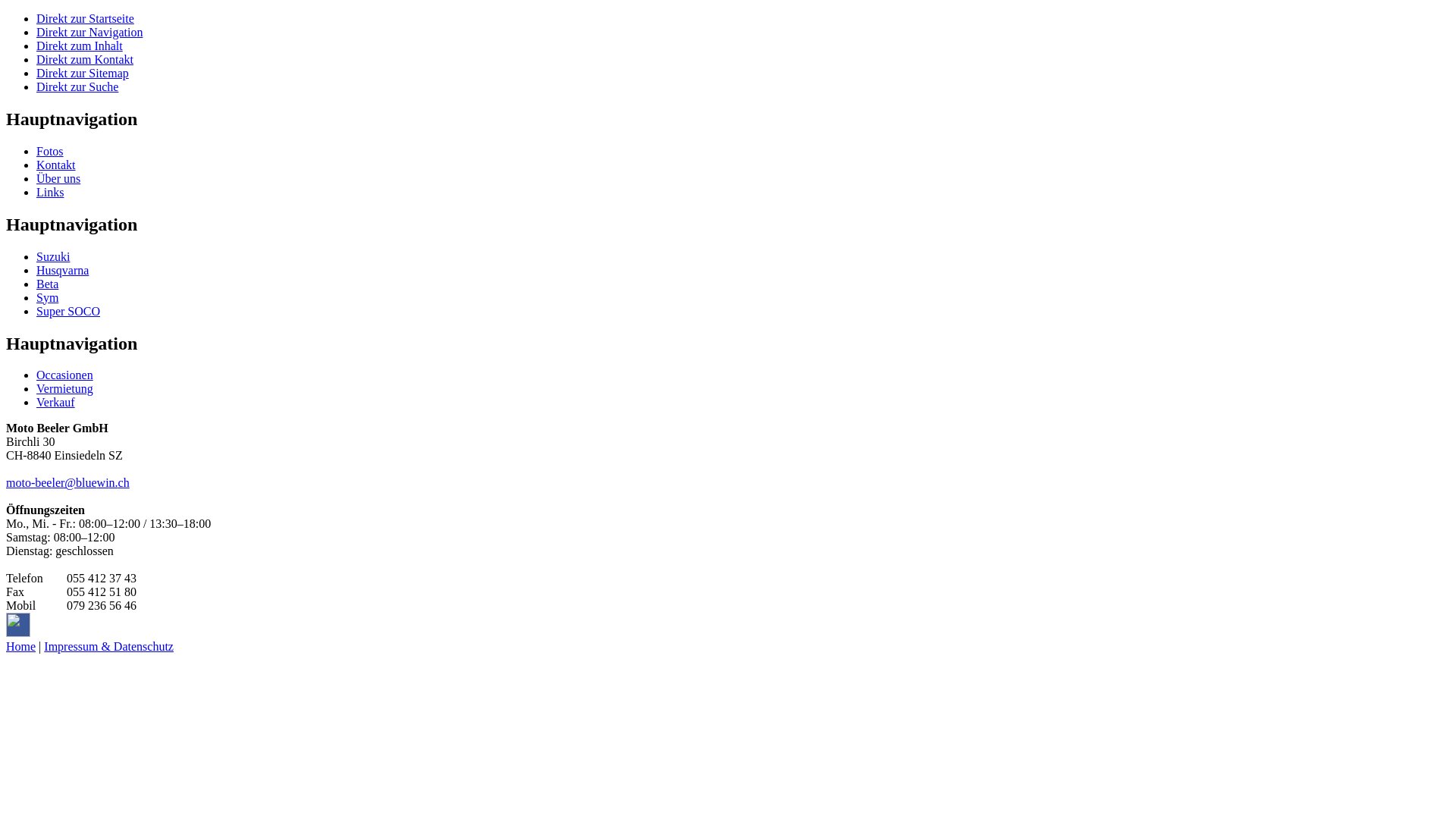 This screenshot has height=819, width=1456. I want to click on 'Impressum & Datenschutz', so click(108, 646).